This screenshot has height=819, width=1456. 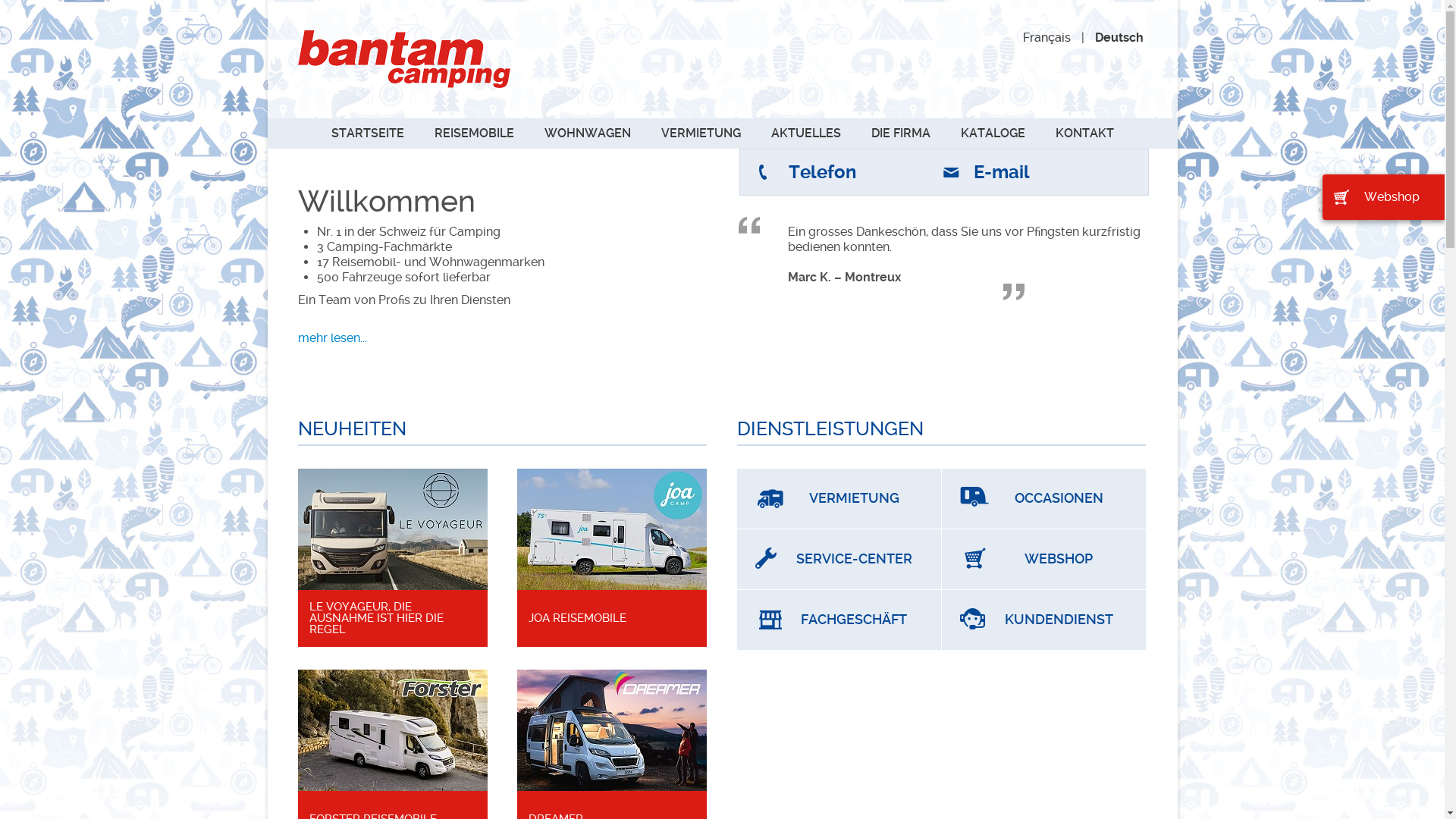 I want to click on 'WEBSHOP', so click(x=1043, y=559).